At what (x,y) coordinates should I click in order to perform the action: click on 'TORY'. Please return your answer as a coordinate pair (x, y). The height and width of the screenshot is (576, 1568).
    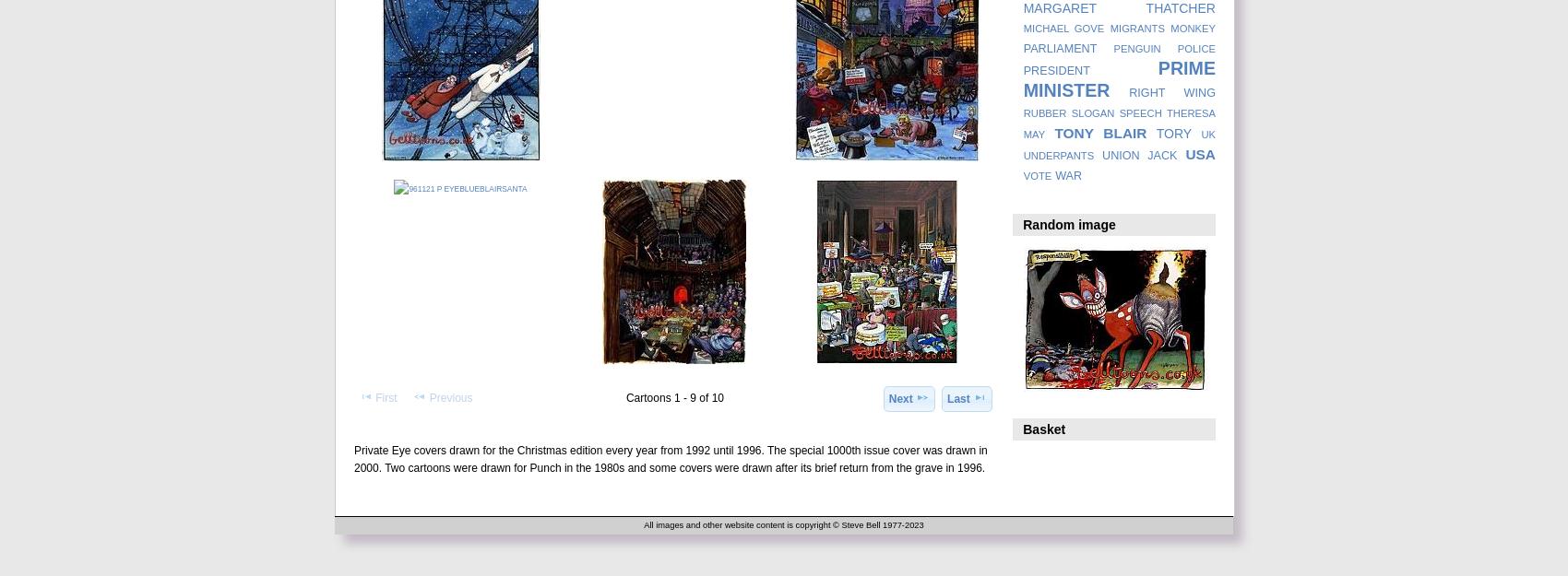
    Looking at the image, I should click on (1172, 133).